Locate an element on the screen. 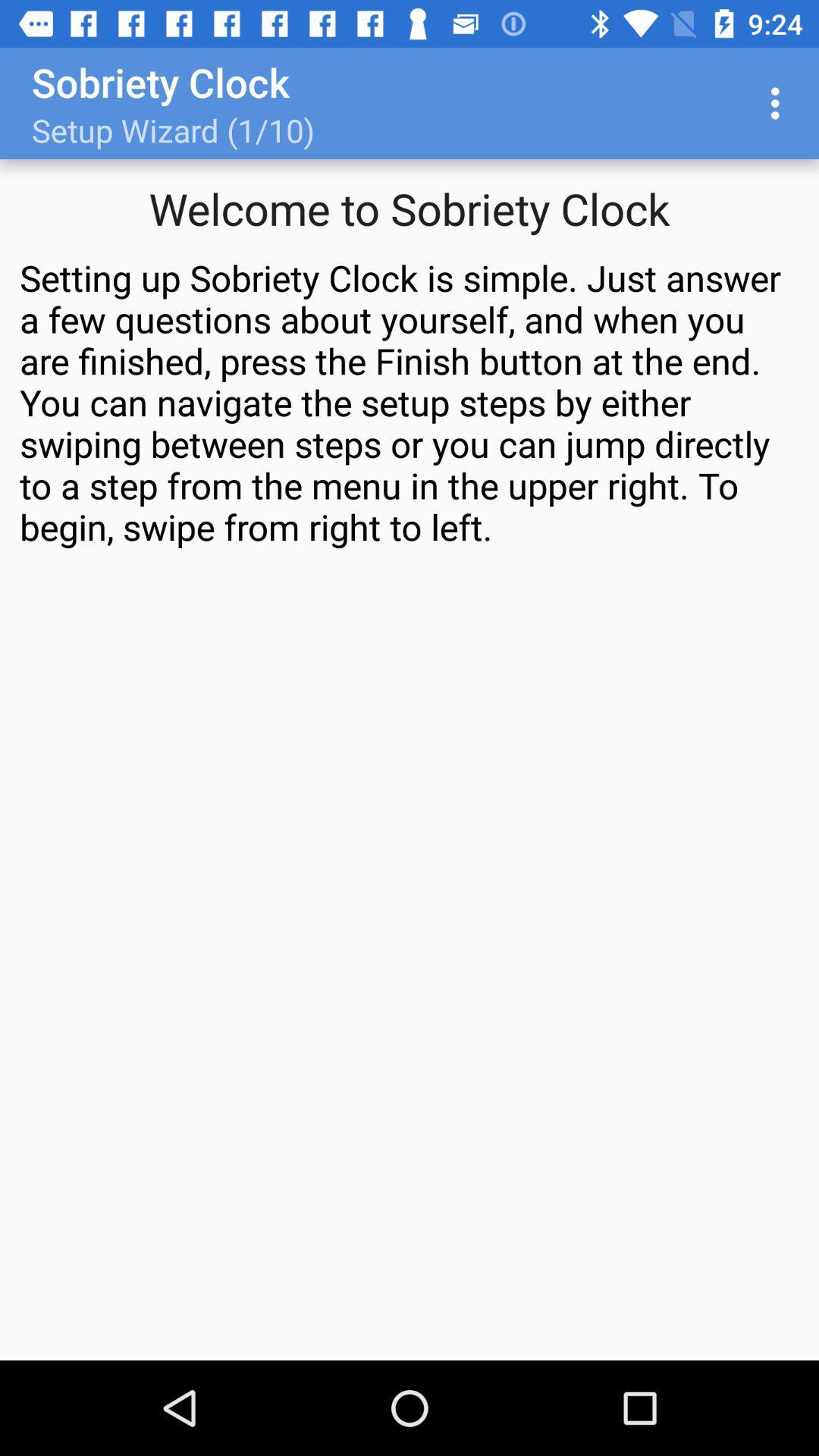 This screenshot has height=1456, width=819. the icon at the top right corner is located at coordinates (779, 102).